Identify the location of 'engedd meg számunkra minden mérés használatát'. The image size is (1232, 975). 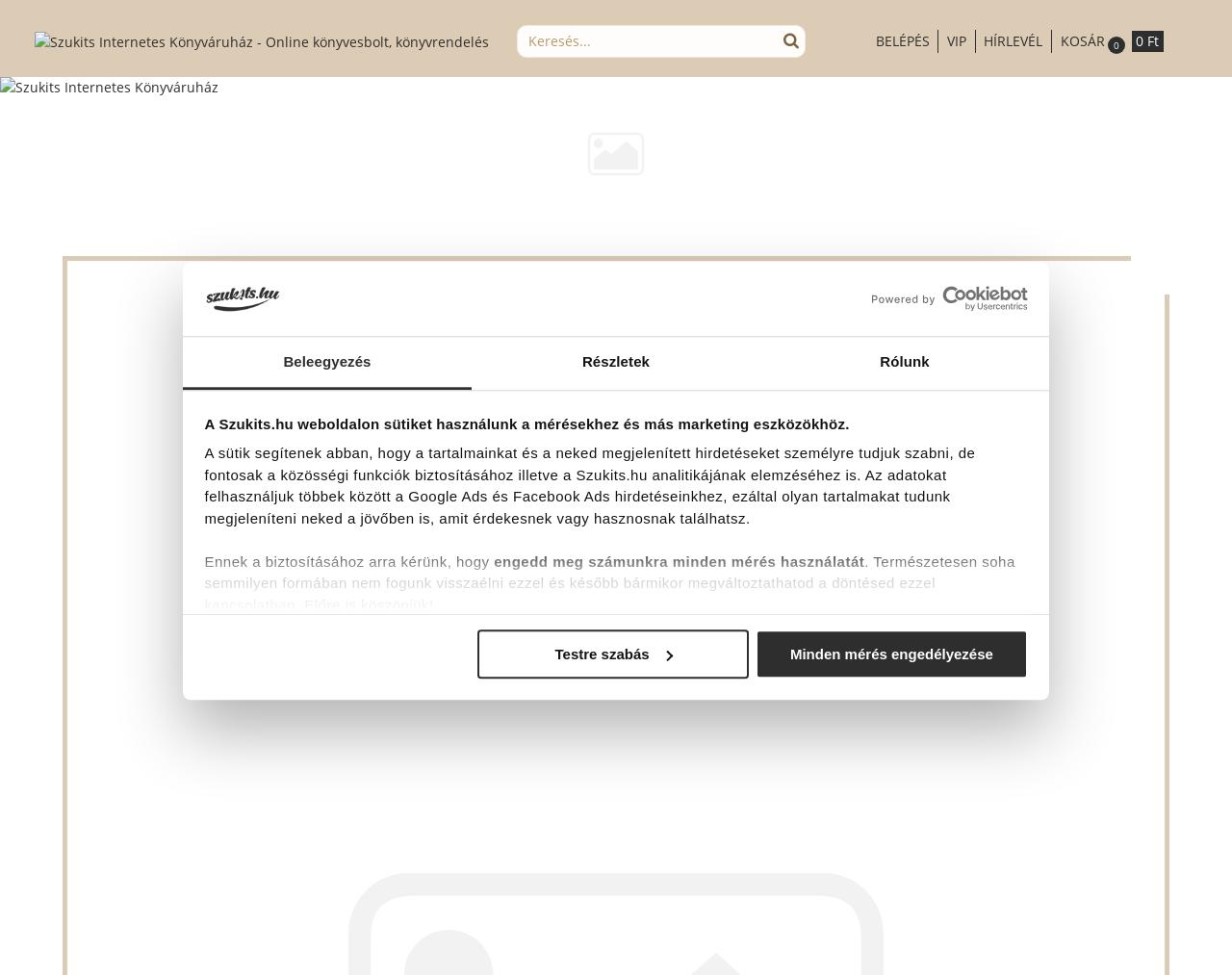
(494, 561).